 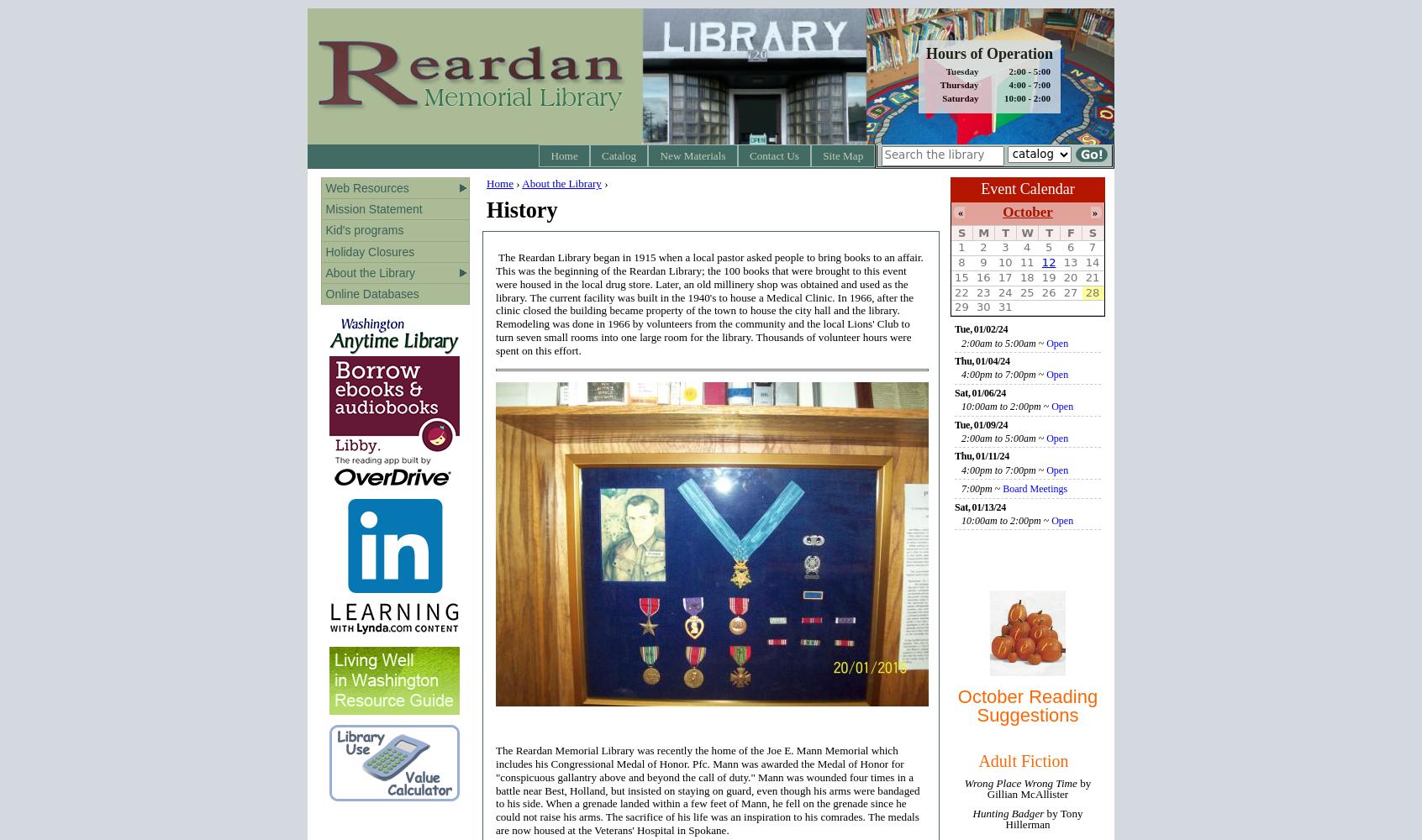 I want to click on '25', so click(x=1026, y=291).